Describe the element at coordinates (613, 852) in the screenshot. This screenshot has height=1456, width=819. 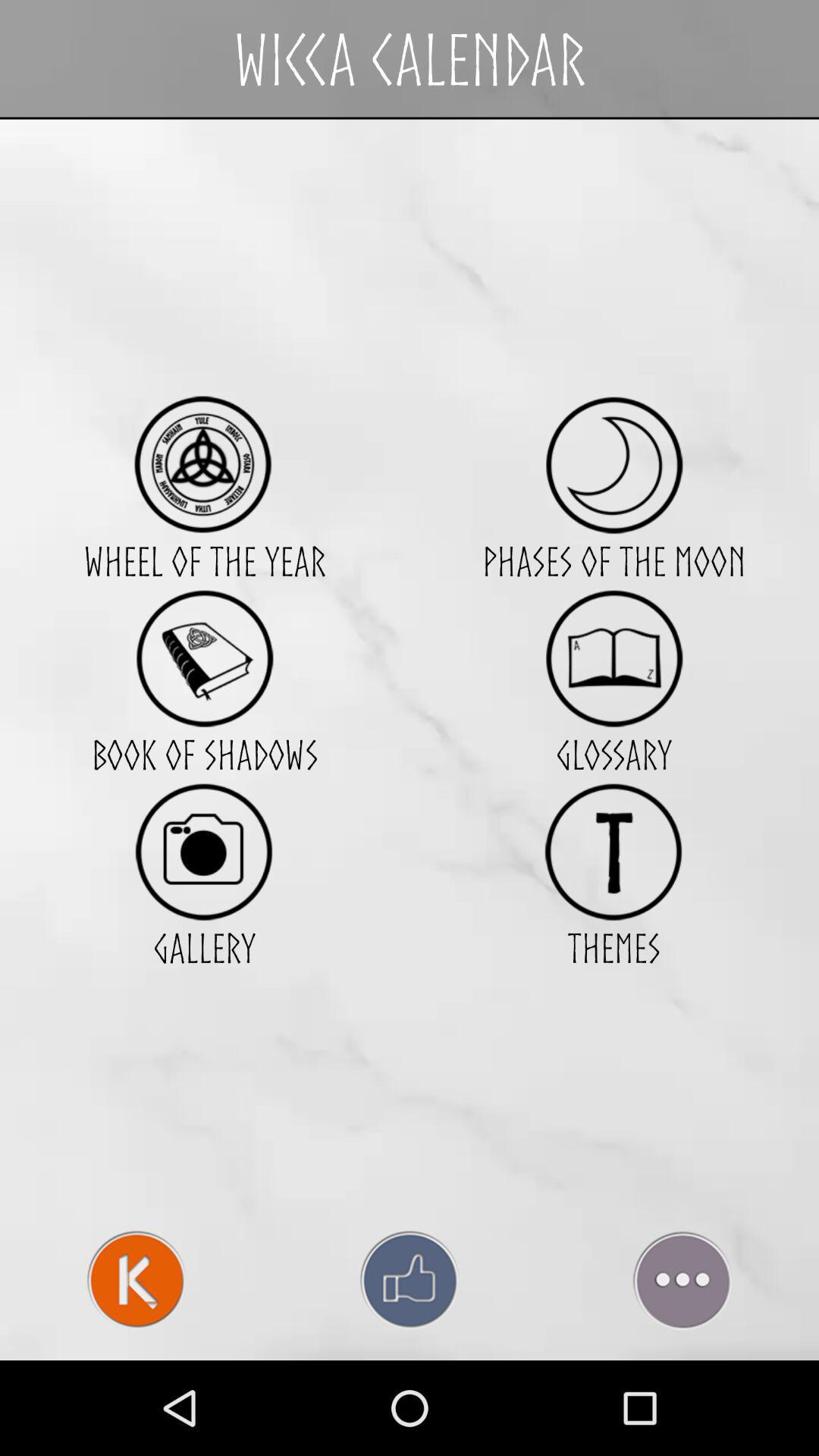
I see `open themes` at that location.